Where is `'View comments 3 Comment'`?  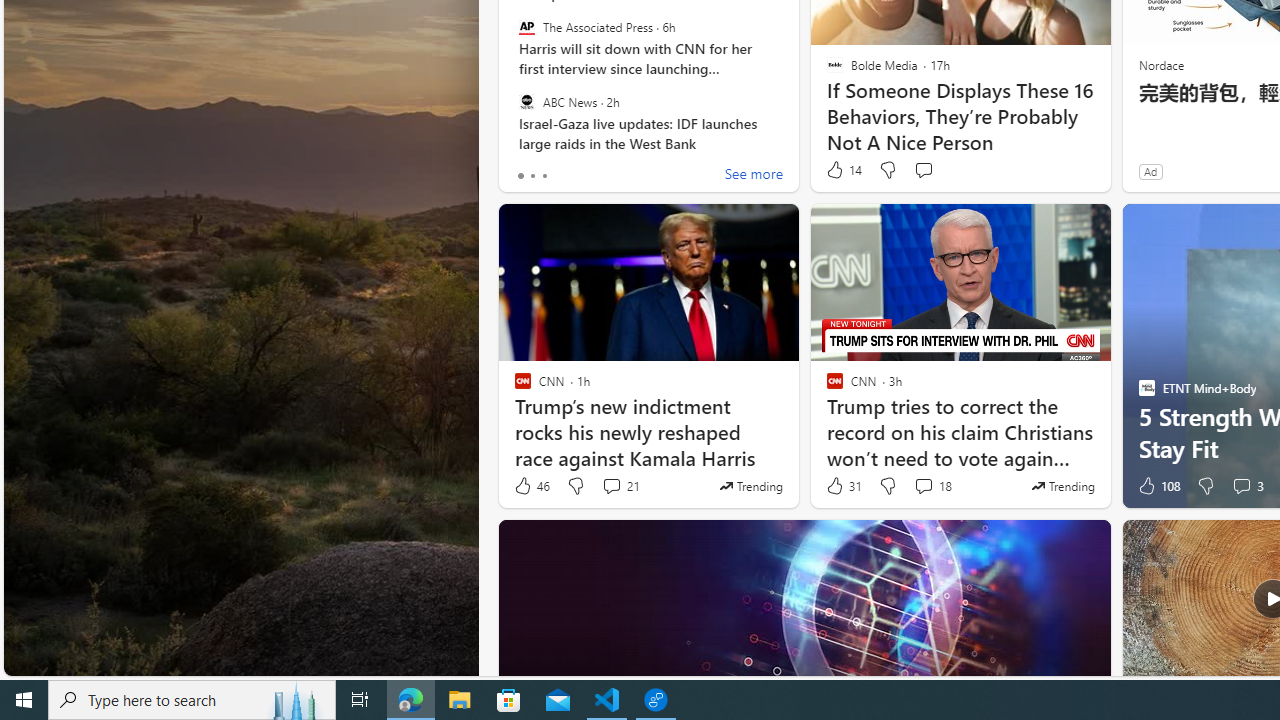 'View comments 3 Comment' is located at coordinates (1246, 486).